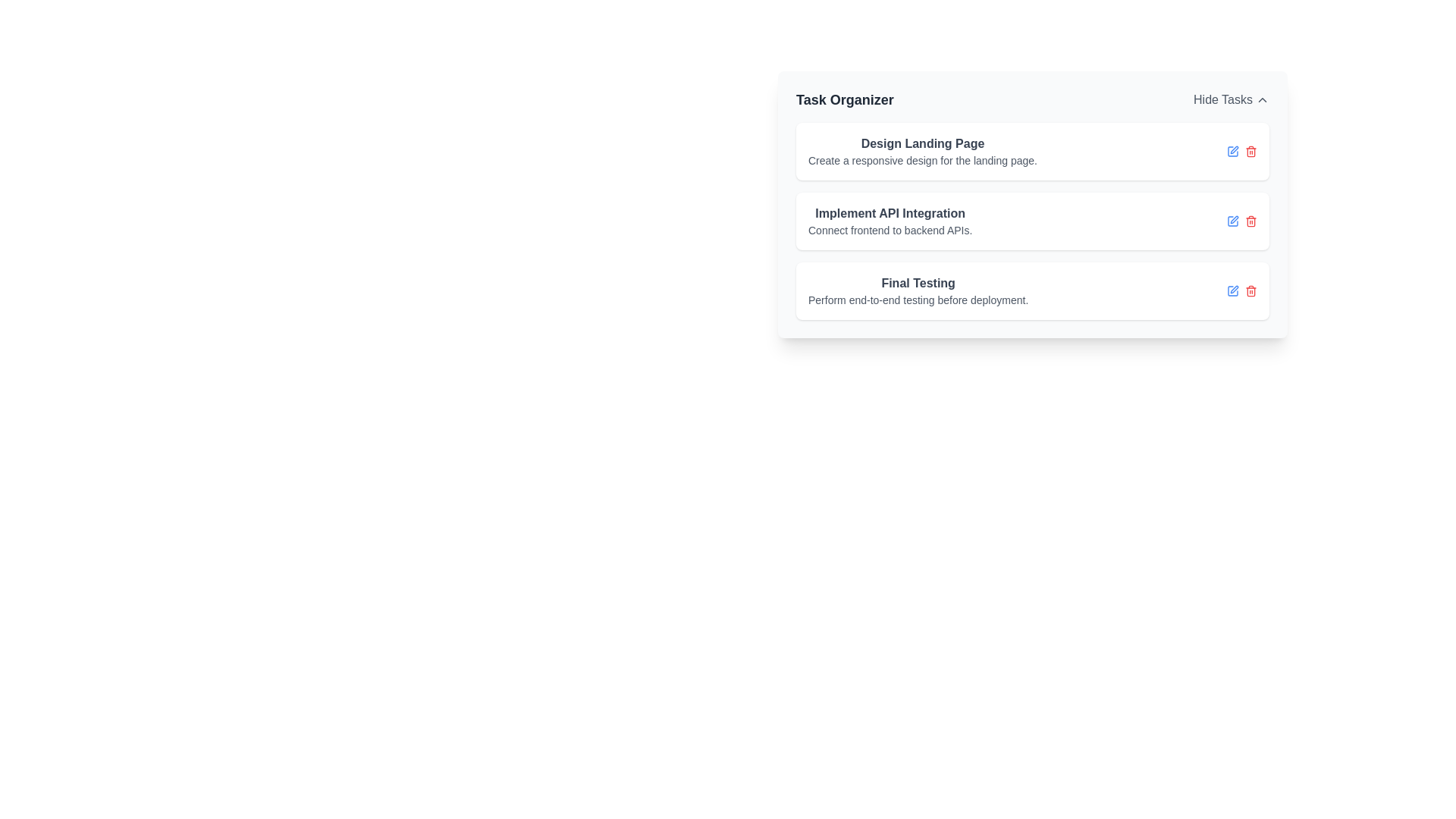 This screenshot has width=1456, height=819. I want to click on text content of the Text Label representing the task entry for end-to-end testing, located in the 'Task Organizer' section as the third entry in the list, so click(918, 291).